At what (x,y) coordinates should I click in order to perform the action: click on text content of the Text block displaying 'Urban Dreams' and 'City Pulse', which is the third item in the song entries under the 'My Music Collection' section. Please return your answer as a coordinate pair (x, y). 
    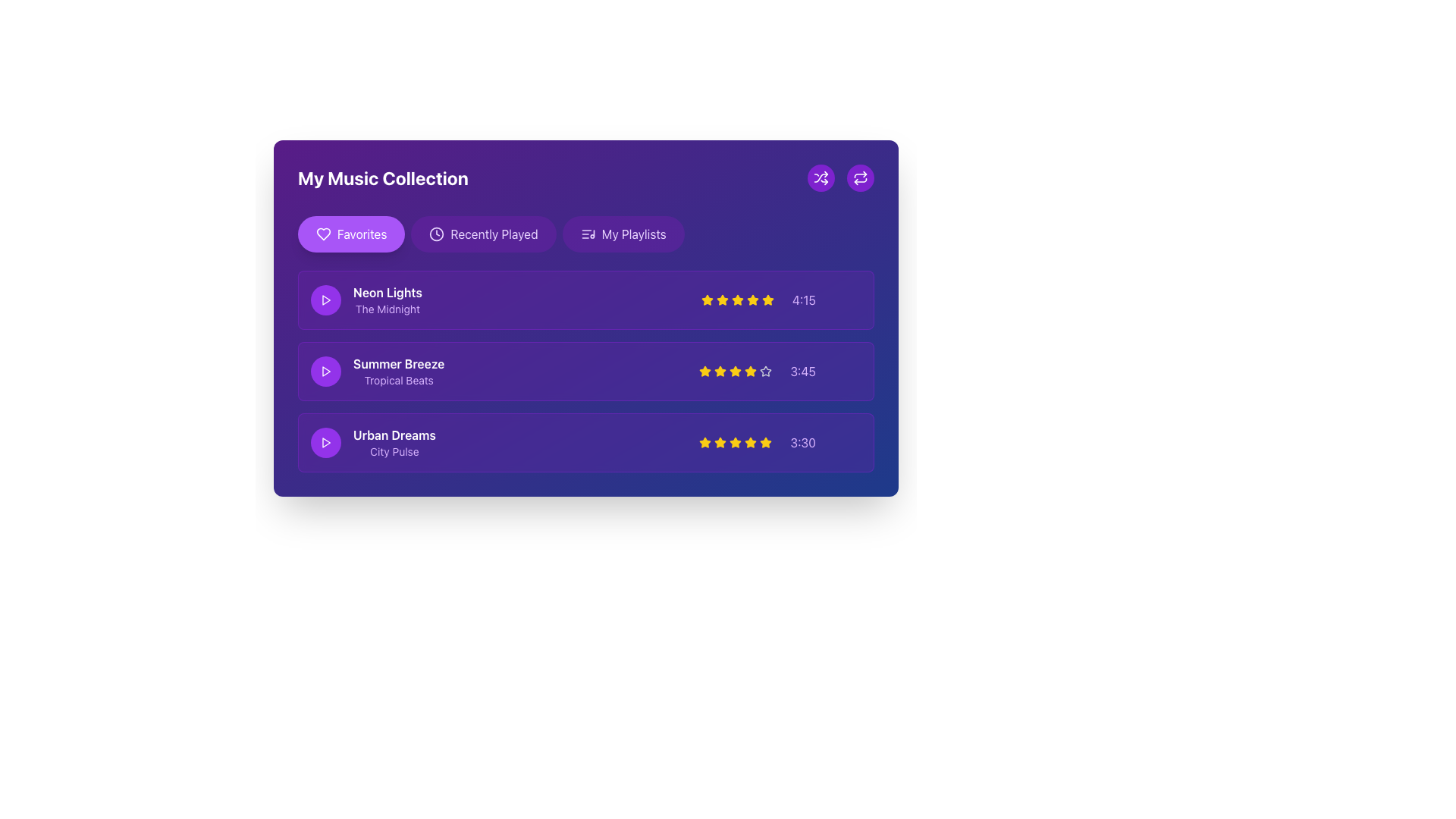
    Looking at the image, I should click on (394, 442).